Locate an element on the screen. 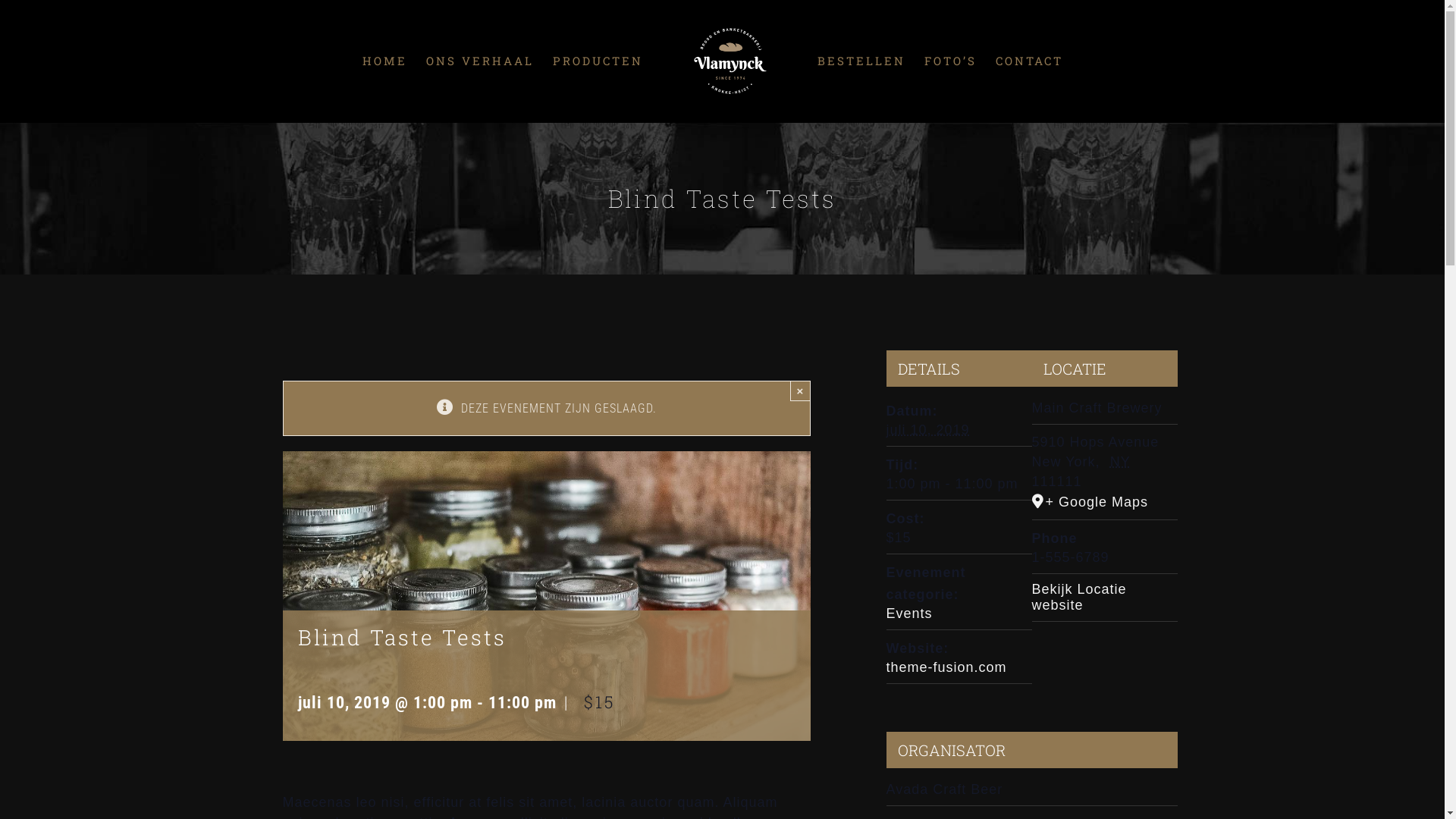 The image size is (1456, 819). 'PRODUCTEN' is located at coordinates (597, 61).